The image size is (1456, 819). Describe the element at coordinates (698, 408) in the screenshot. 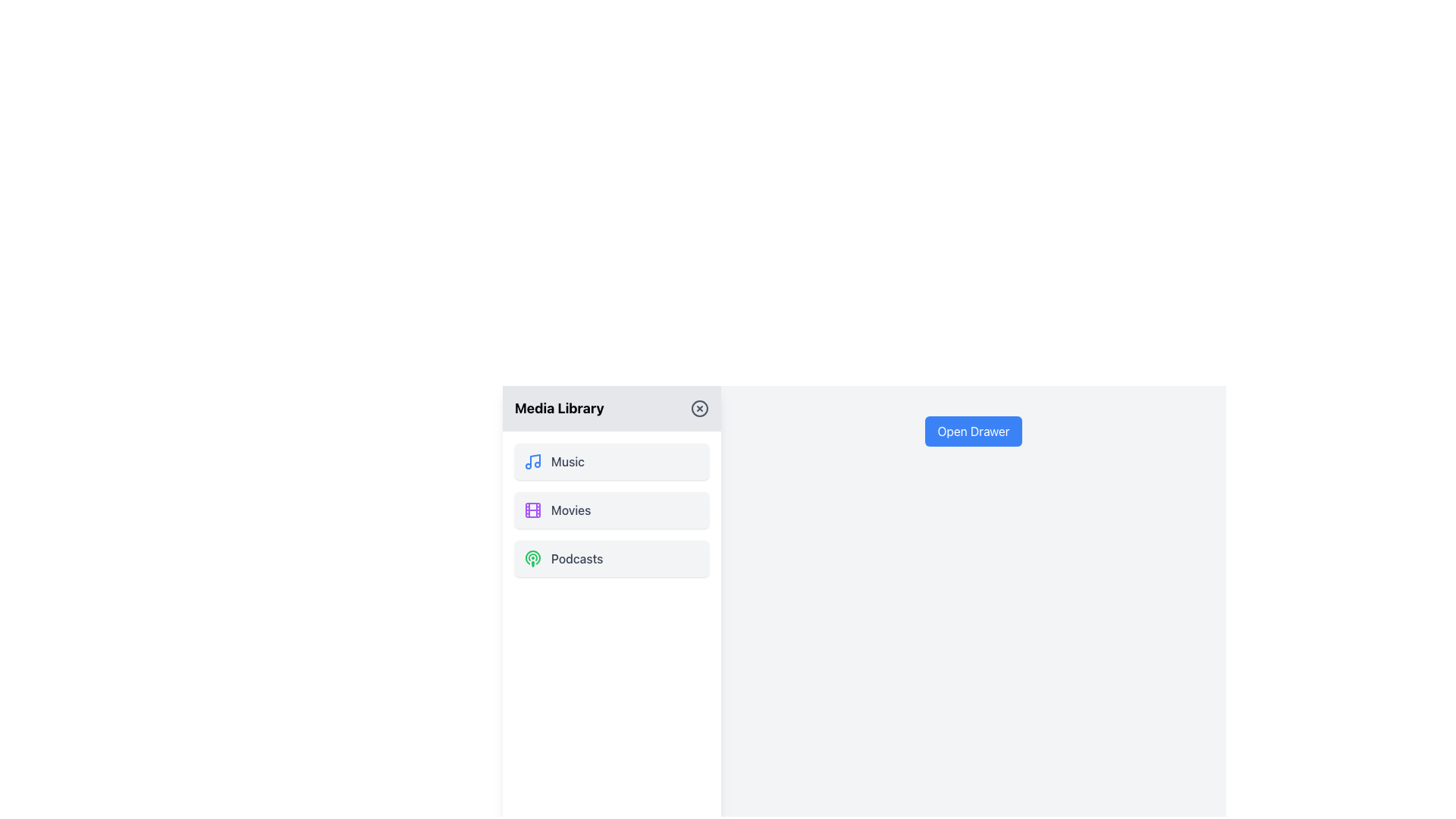

I see `the circular close or cancel button located at the top-right corner of the Media Library panel, which is visually distinct with a light background and darker border` at that location.